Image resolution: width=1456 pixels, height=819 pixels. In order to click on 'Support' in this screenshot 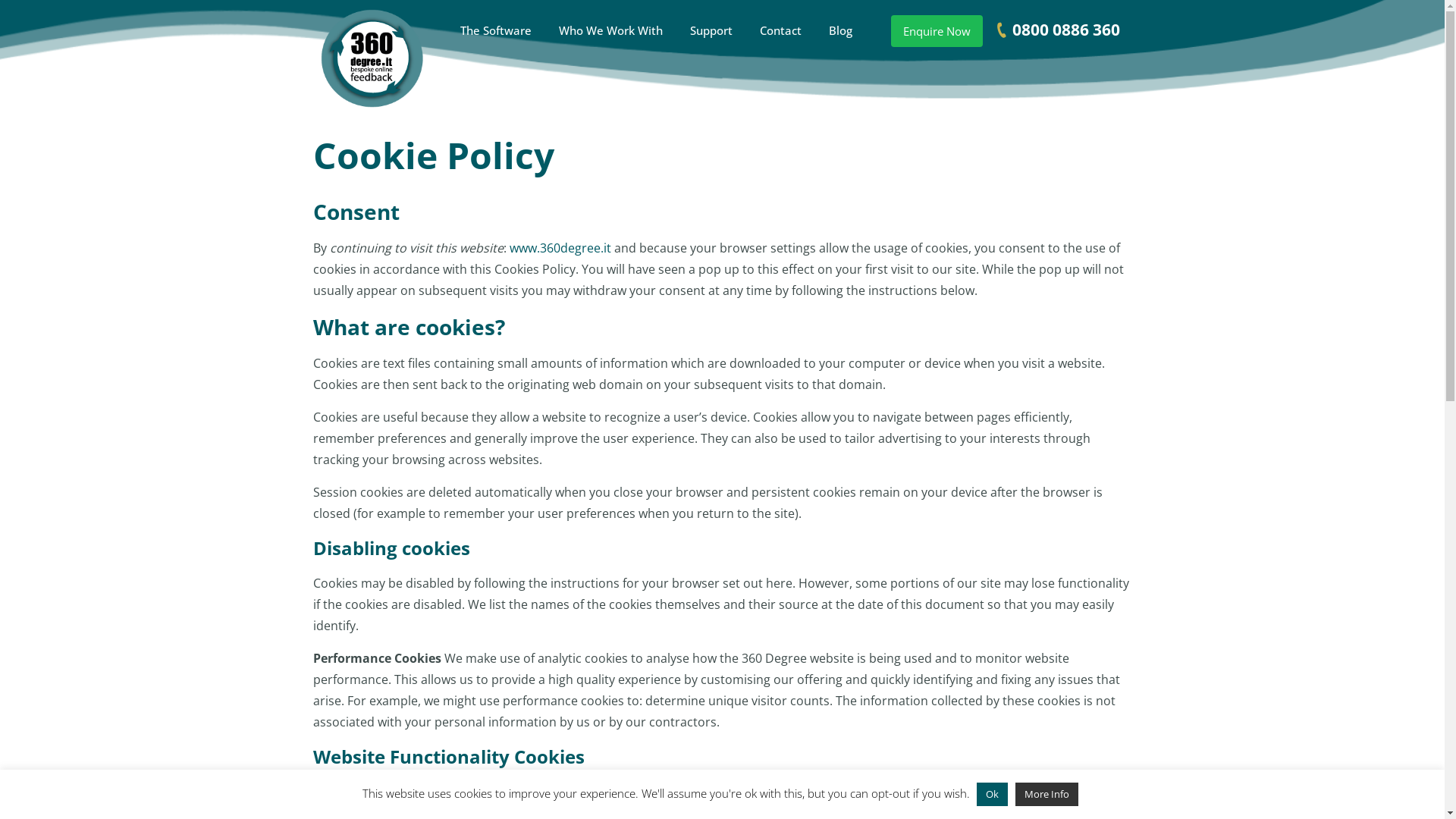, I will do `click(710, 30)`.